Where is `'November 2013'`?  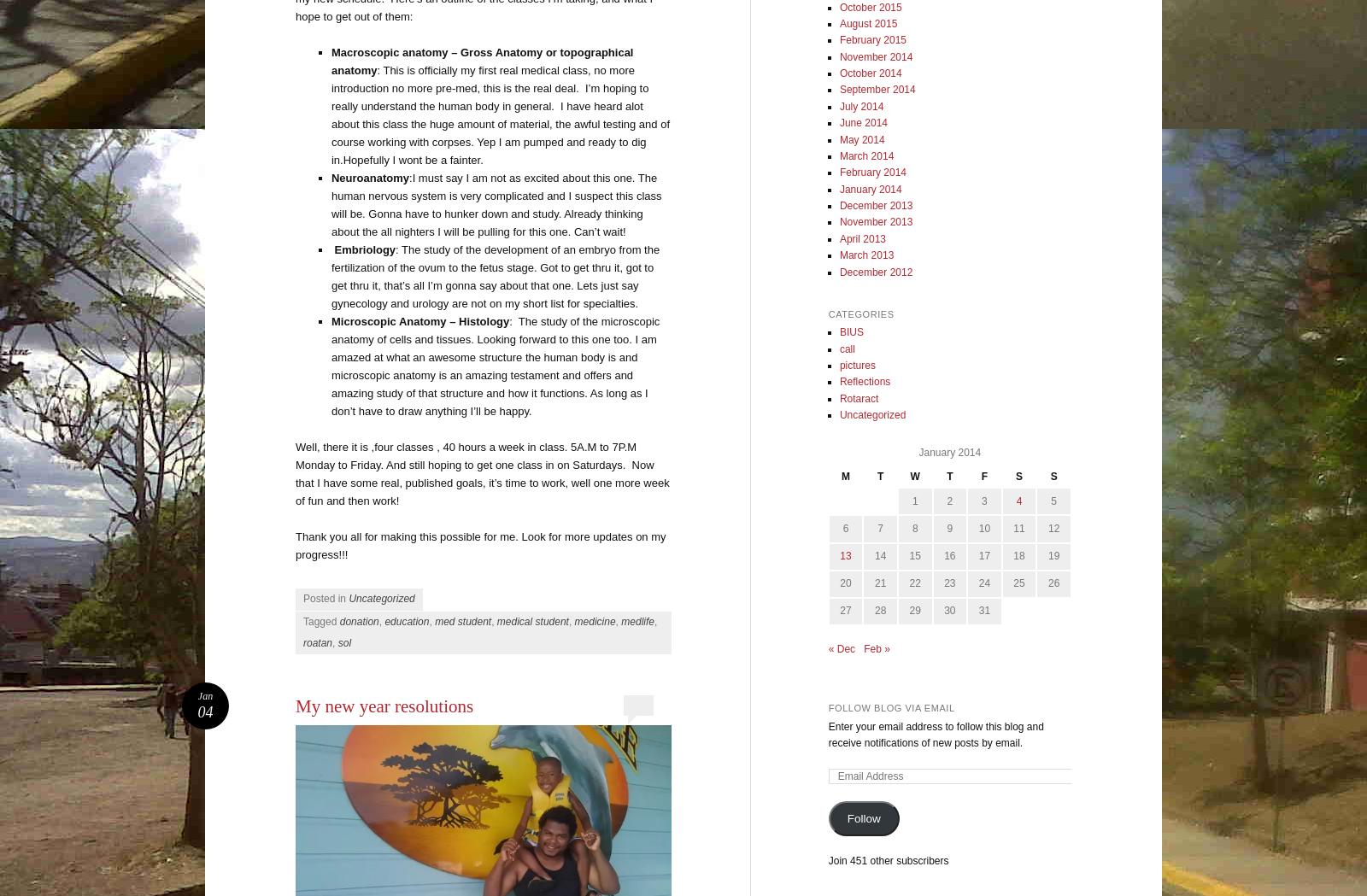
'November 2013' is located at coordinates (838, 221).